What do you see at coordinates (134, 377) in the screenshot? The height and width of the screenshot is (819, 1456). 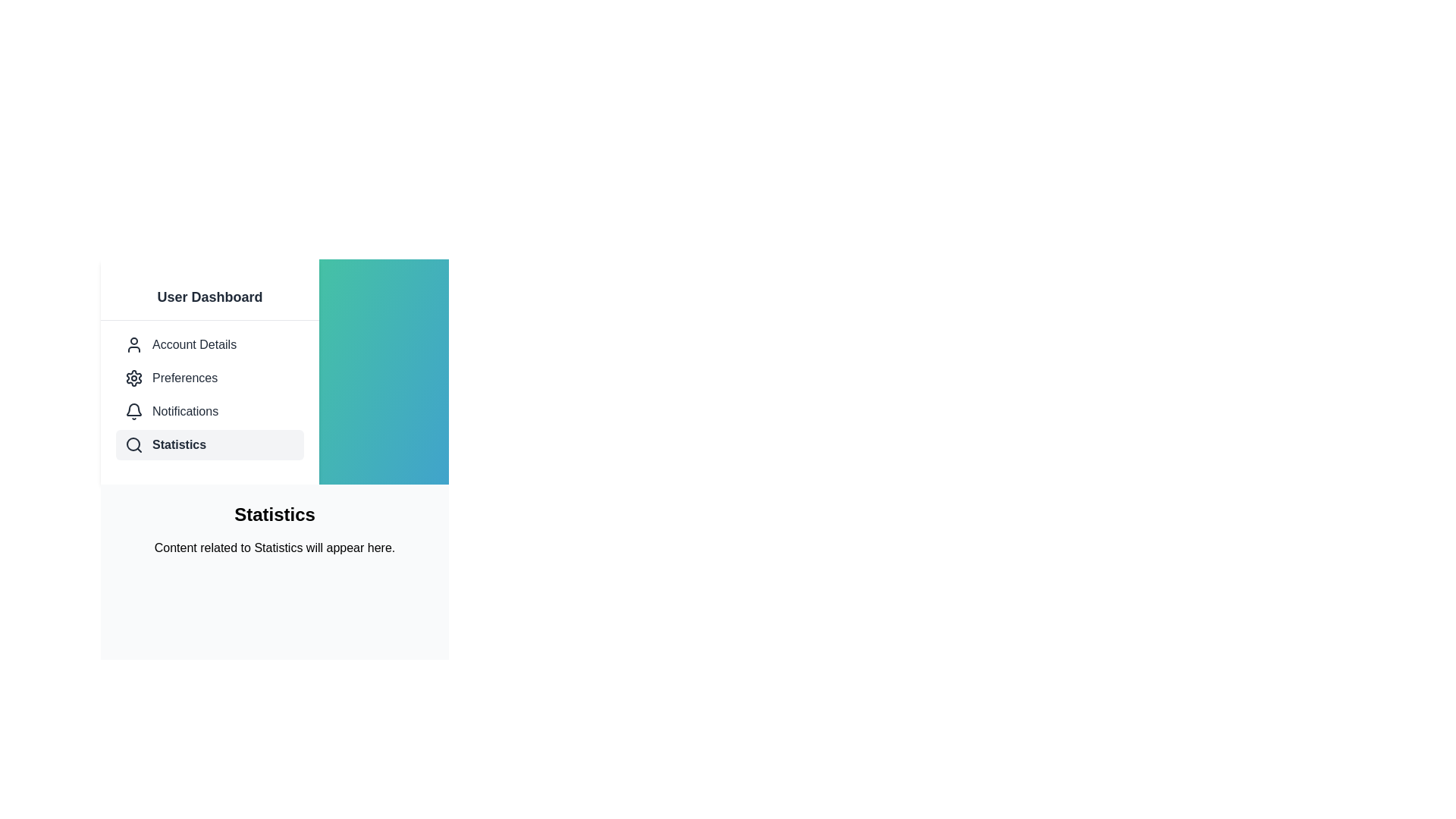 I see `the gear-shaped icon located near the bottom right corner of the main interface` at bounding box center [134, 377].